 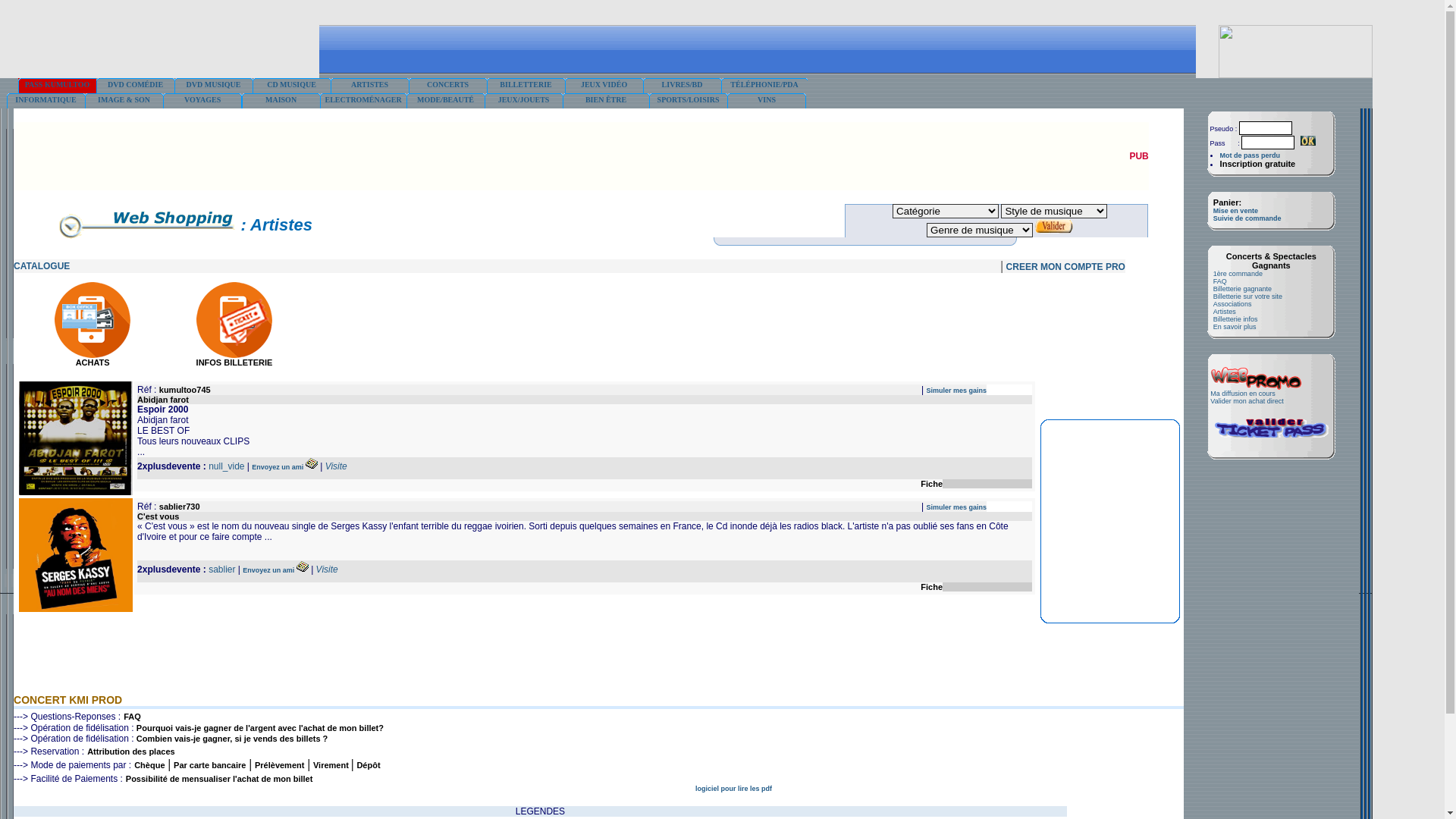 I want to click on 'FAQ', so click(x=132, y=717).